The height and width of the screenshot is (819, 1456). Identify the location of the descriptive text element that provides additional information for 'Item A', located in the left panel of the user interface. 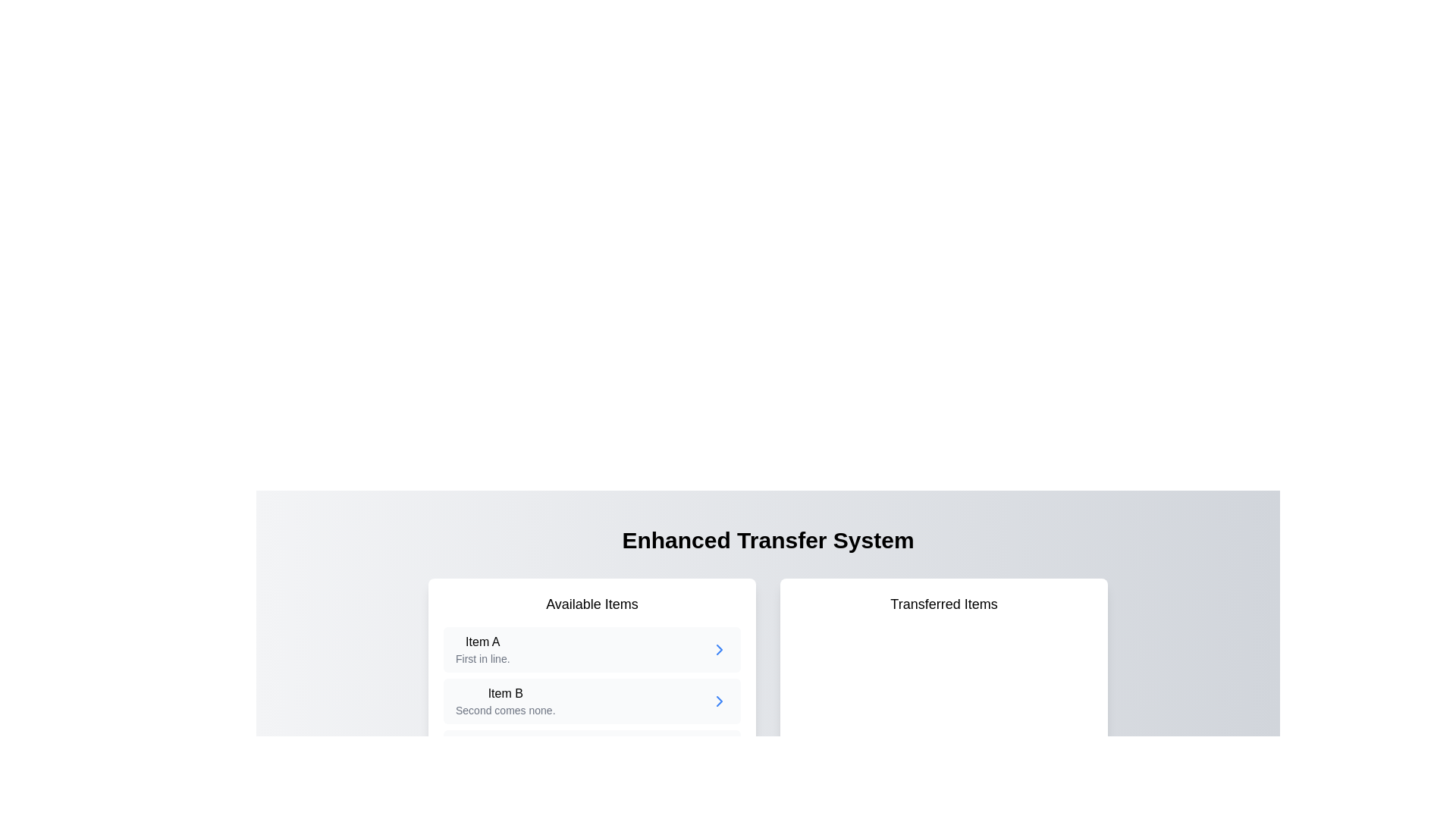
(482, 657).